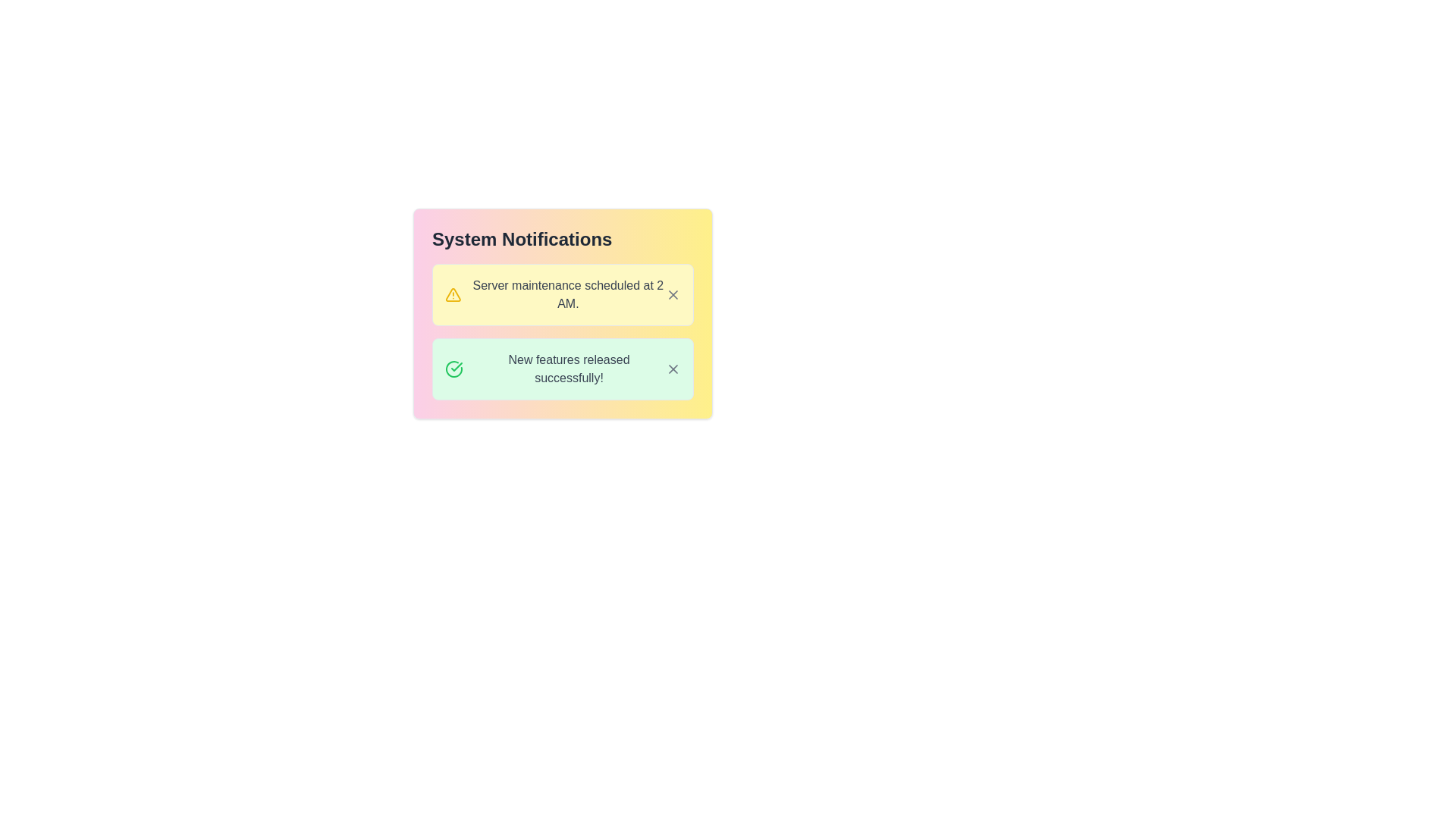 The height and width of the screenshot is (819, 1456). Describe the element at coordinates (567, 295) in the screenshot. I see `the static text element that presents a notification message about server maintenance, located below 'System Notifications' and above another notification item, with a warning icon on the left and a close button on the right` at that location.